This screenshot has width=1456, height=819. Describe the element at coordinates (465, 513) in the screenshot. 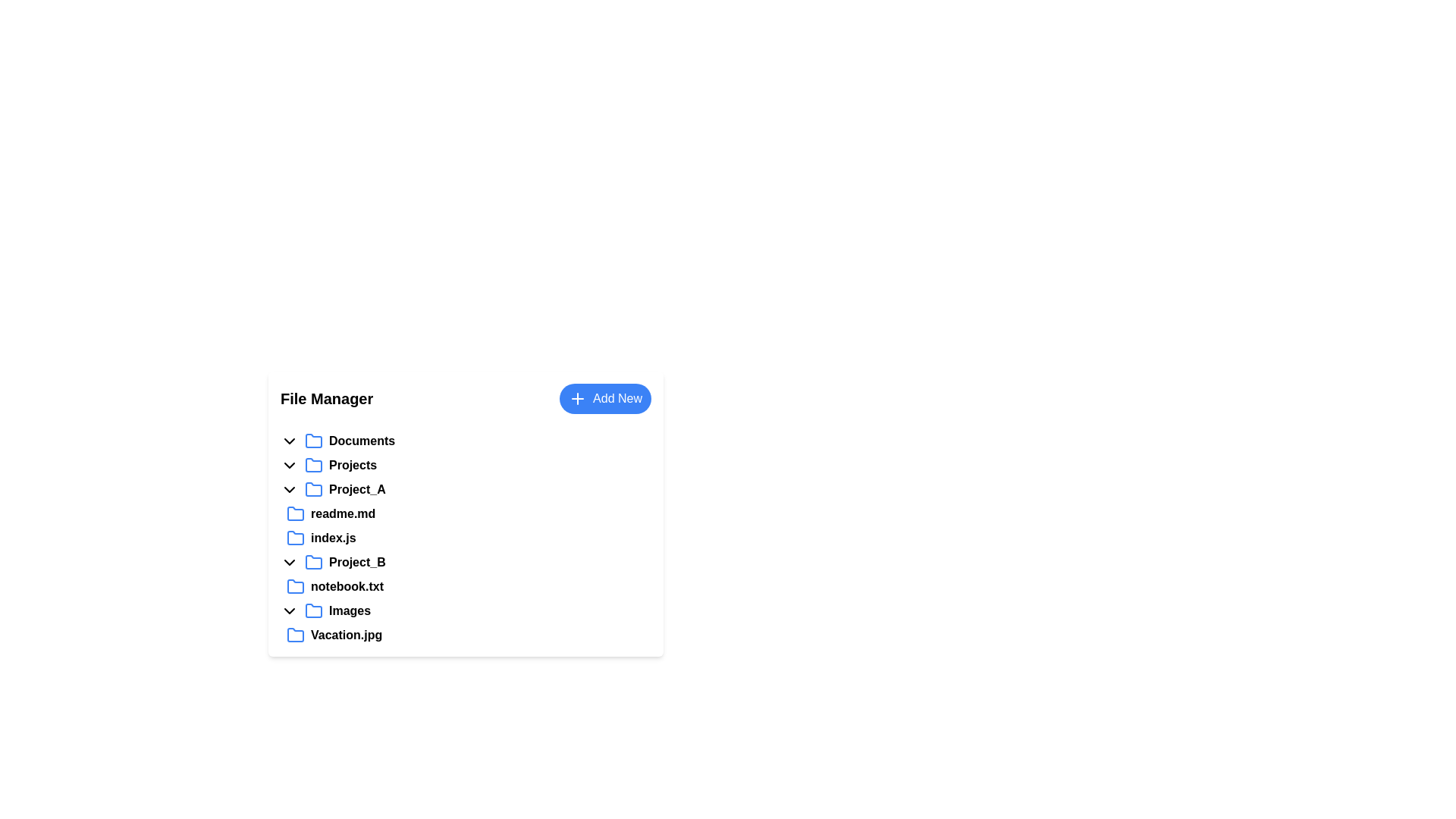

I see `the 'Project_A' folder` at that location.